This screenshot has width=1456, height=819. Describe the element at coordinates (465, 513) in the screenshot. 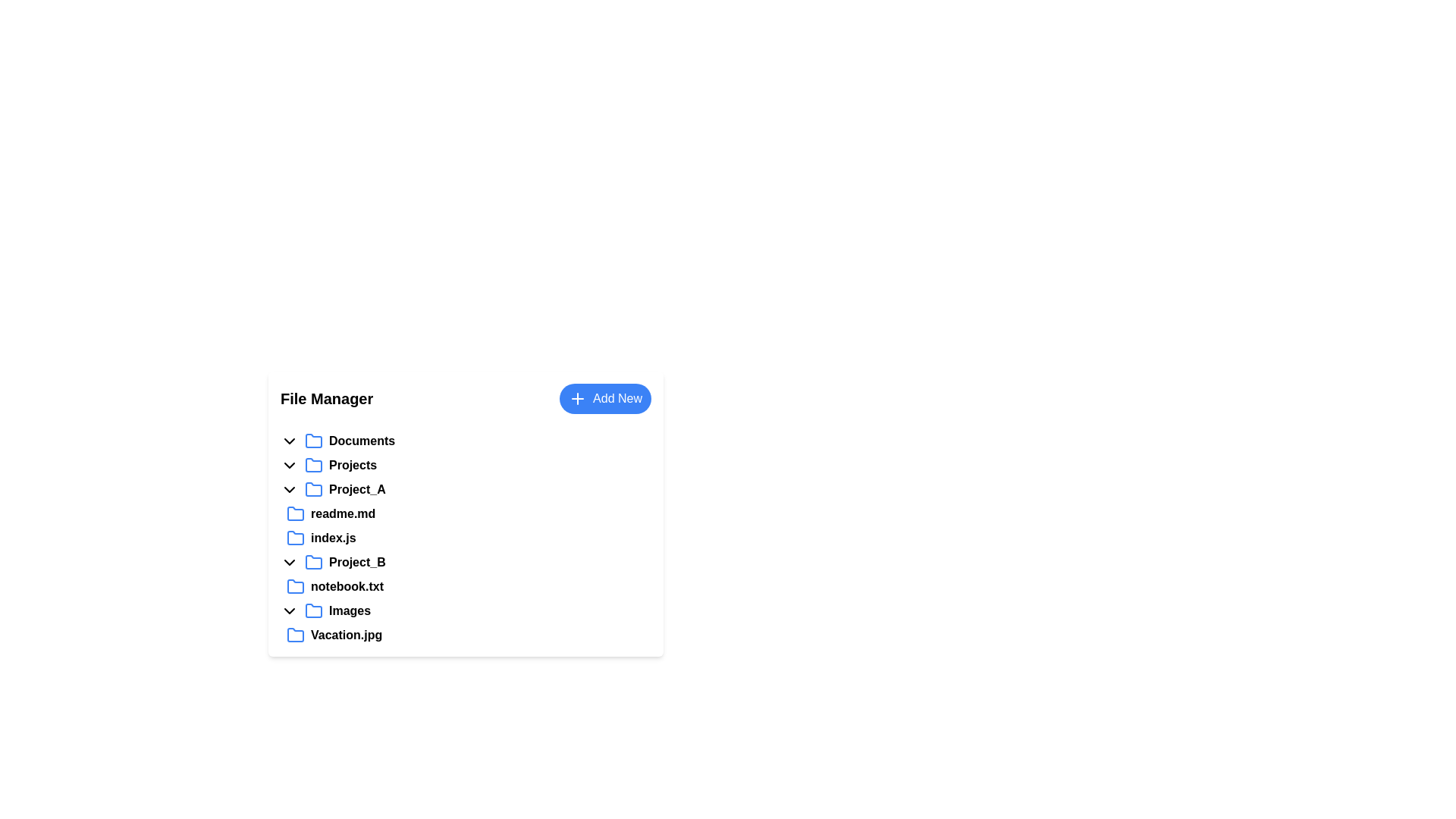

I see `the 'Project_A' folder` at that location.